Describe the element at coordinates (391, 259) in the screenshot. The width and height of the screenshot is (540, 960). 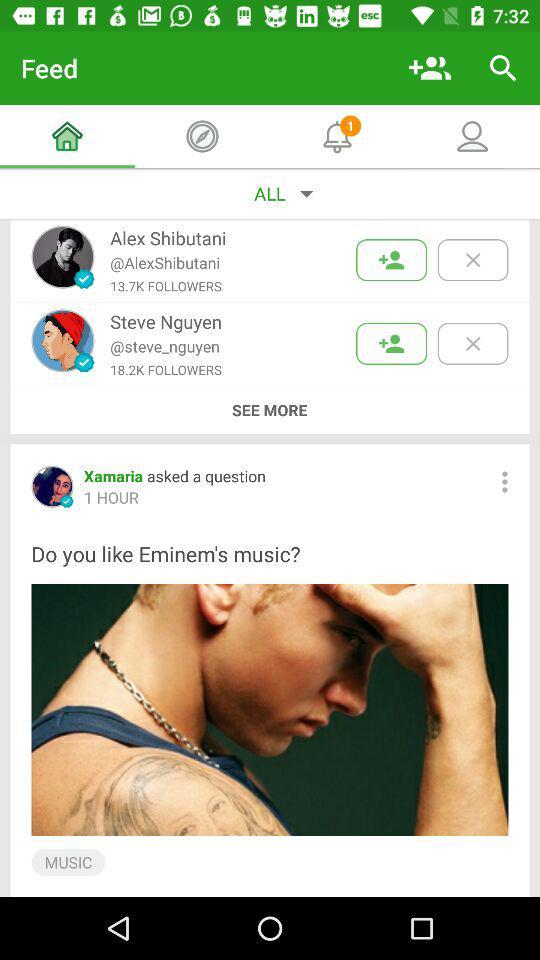
I see `to friends` at that location.